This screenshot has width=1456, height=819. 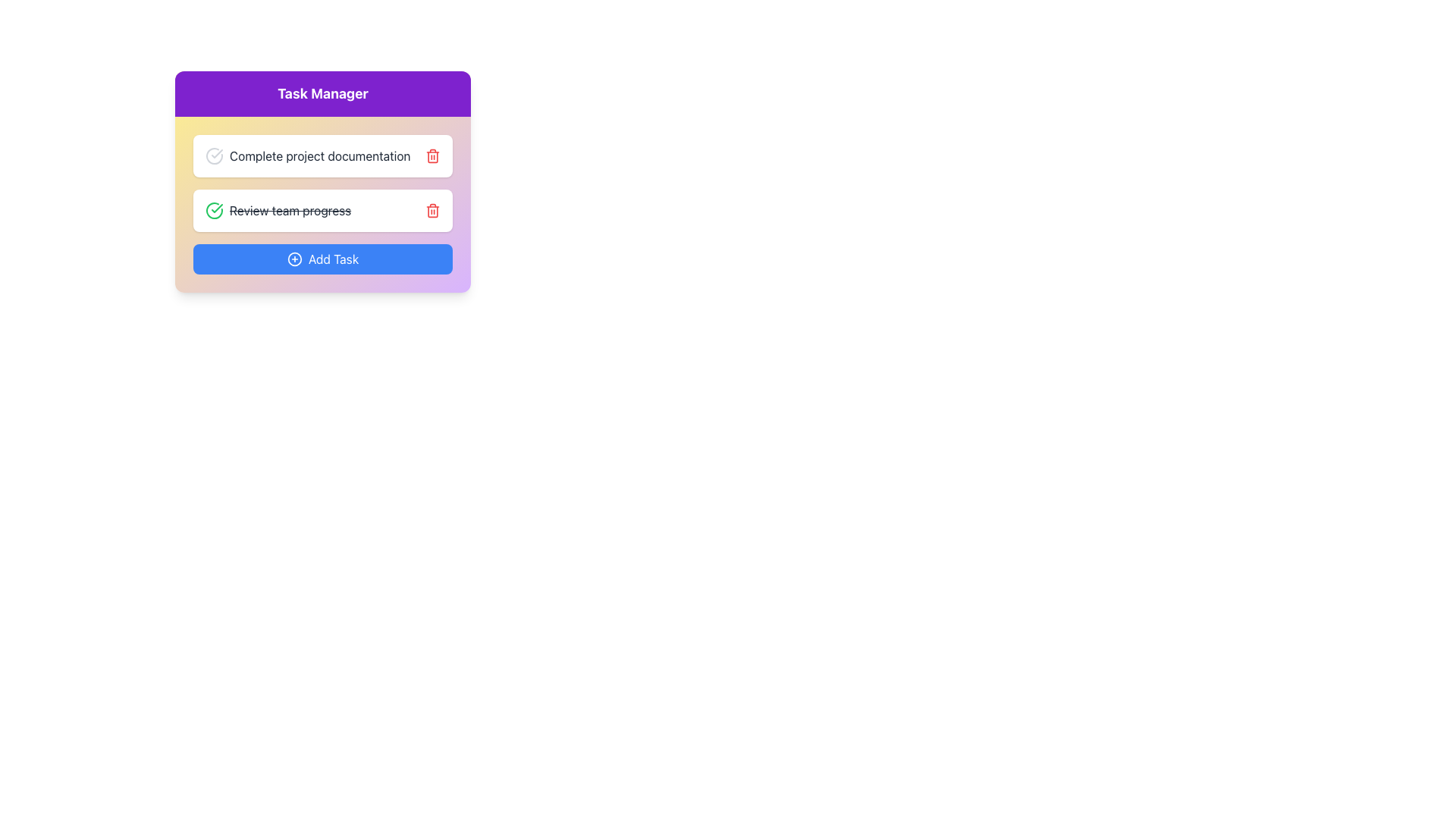 I want to click on the trash bin icon located in the second row of task options, adjacent to the 'Review team progress' task, so click(x=432, y=211).